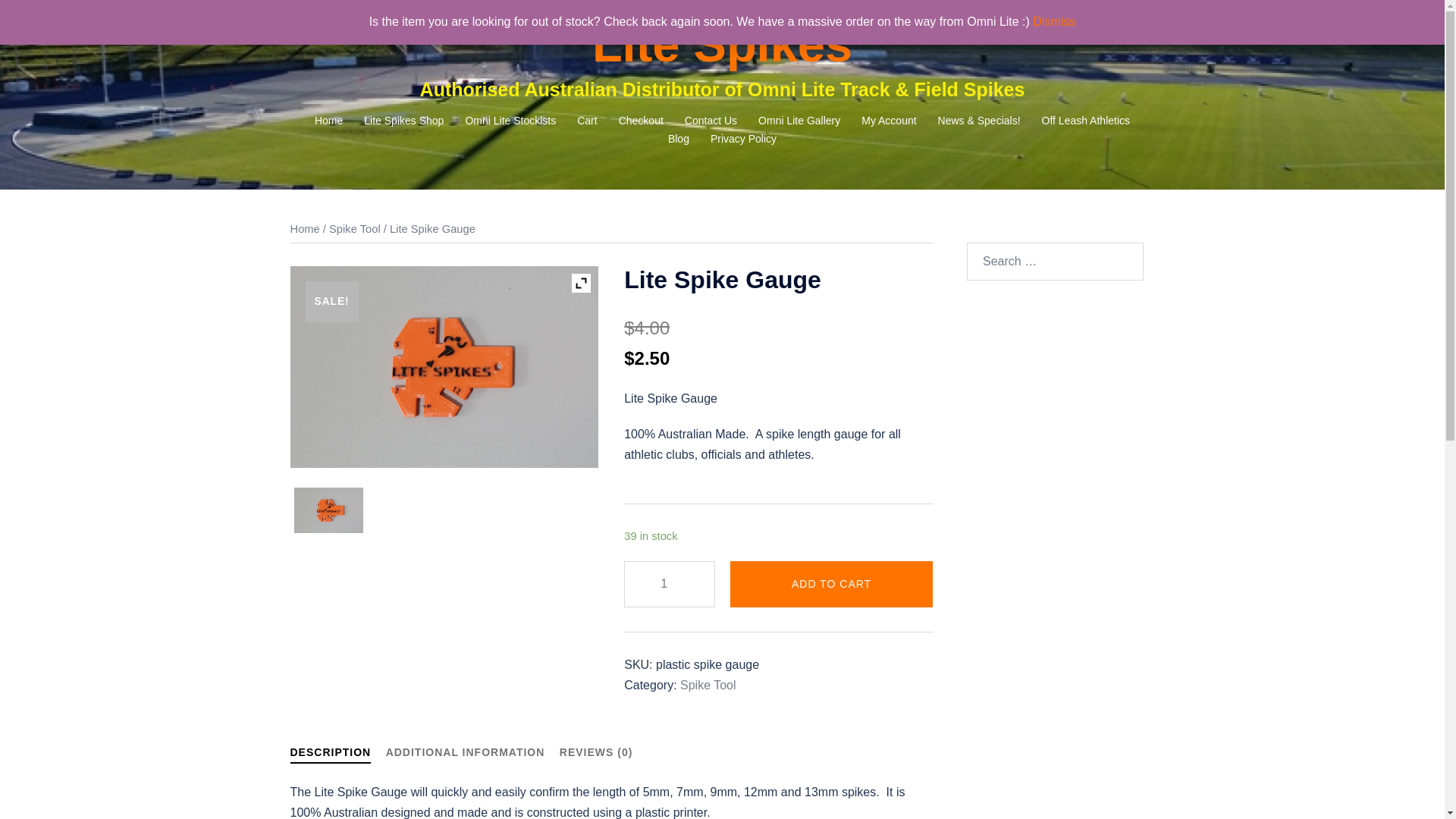  What do you see at coordinates (708, 685) in the screenshot?
I see `'Spike Tool'` at bounding box center [708, 685].